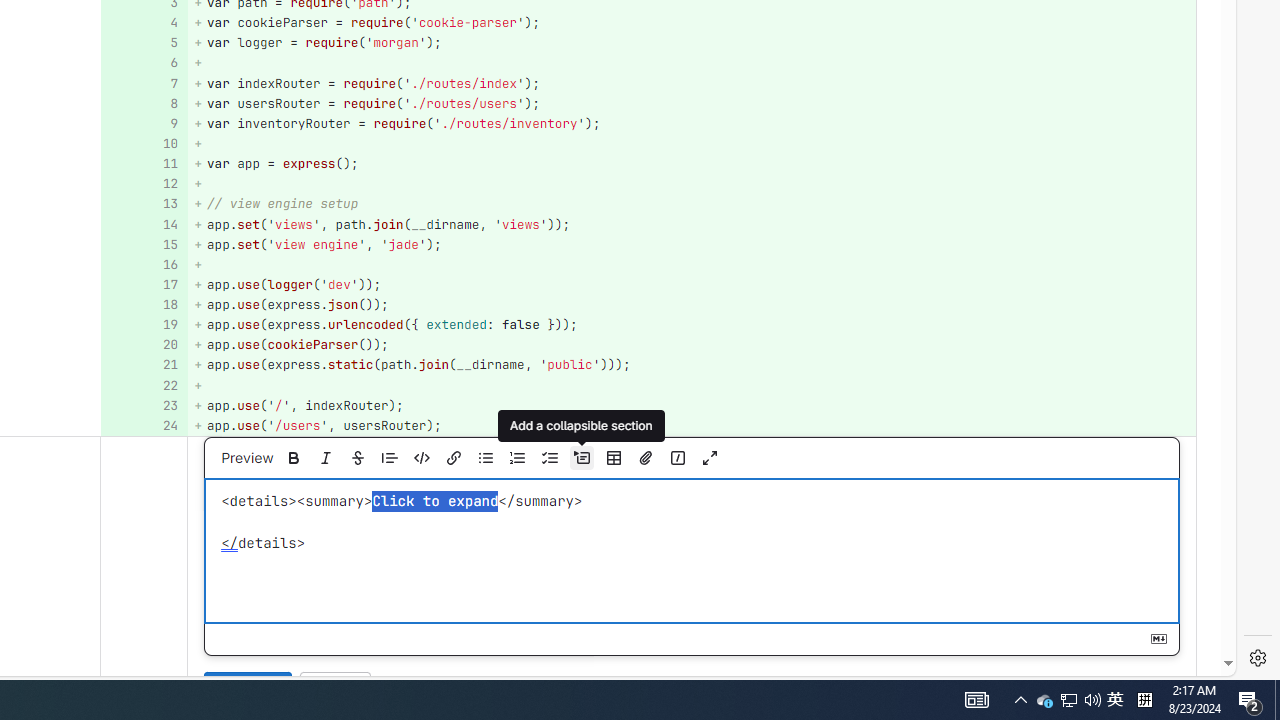  What do you see at coordinates (691, 82) in the screenshot?
I see `'+ var indexRouter = require('` at bounding box center [691, 82].